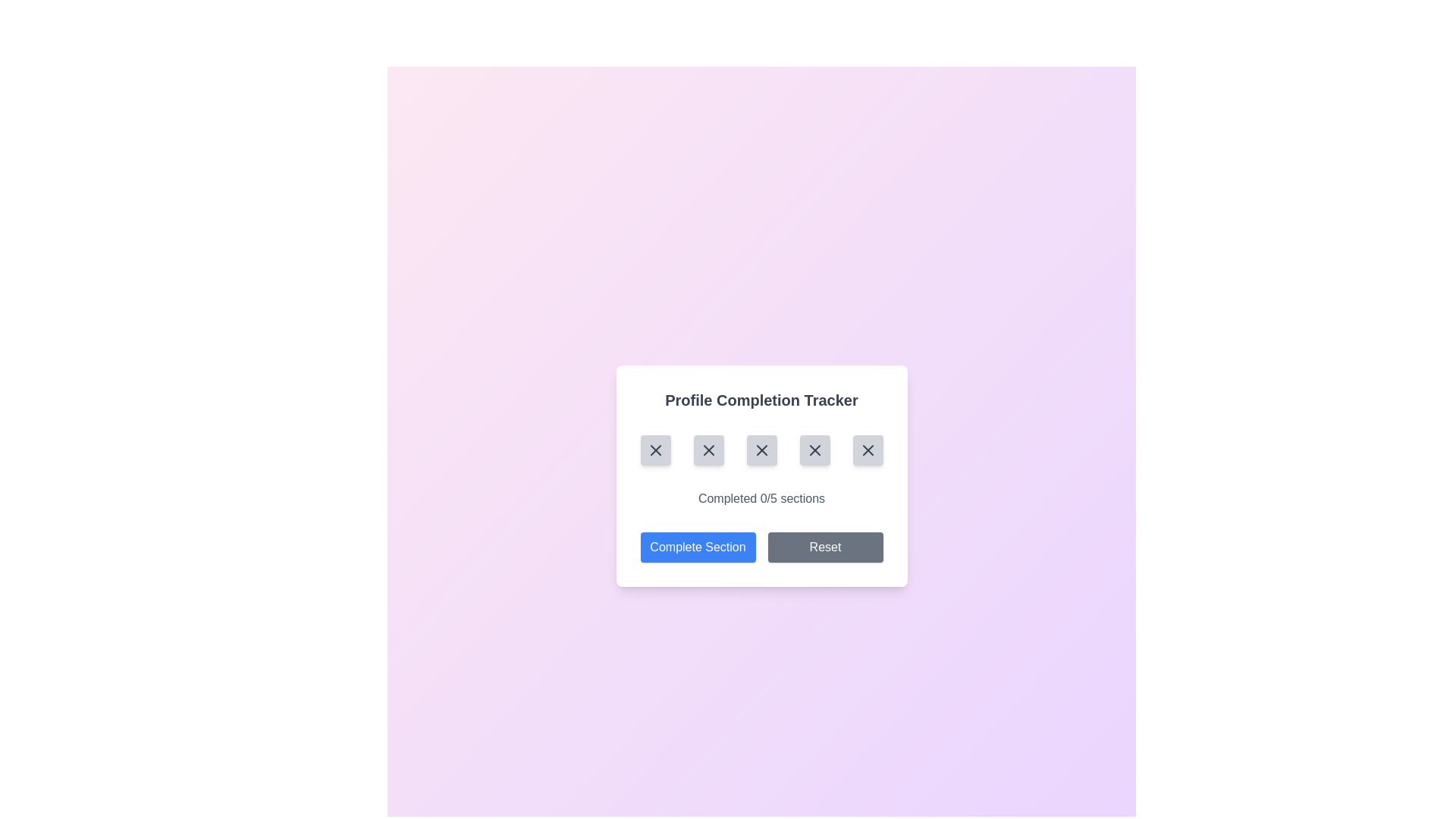 The width and height of the screenshot is (1456, 819). What do you see at coordinates (814, 450) in the screenshot?
I see `the SVG icon representing a non-completed section in the profile completion tracker interface, which is the fourth button in a group of five buttons` at bounding box center [814, 450].